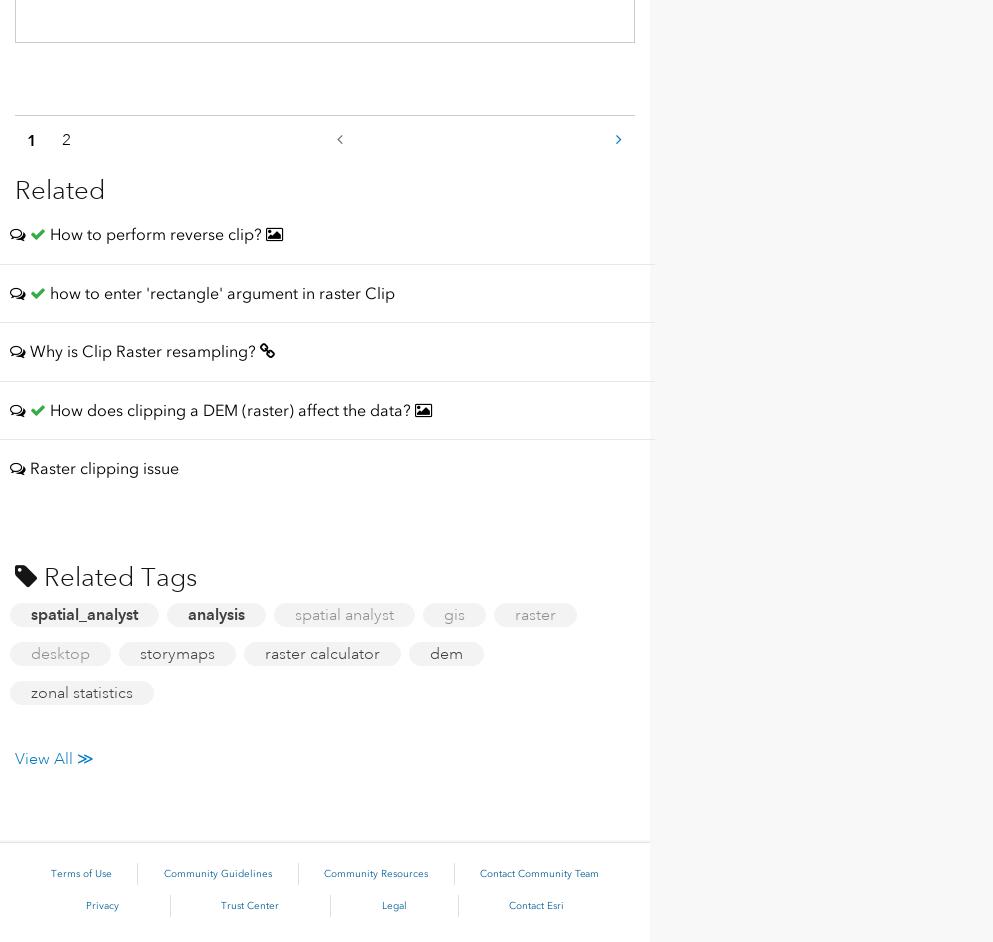  Describe the element at coordinates (156, 234) in the screenshot. I see `'How to perform reverse clip?'` at that location.